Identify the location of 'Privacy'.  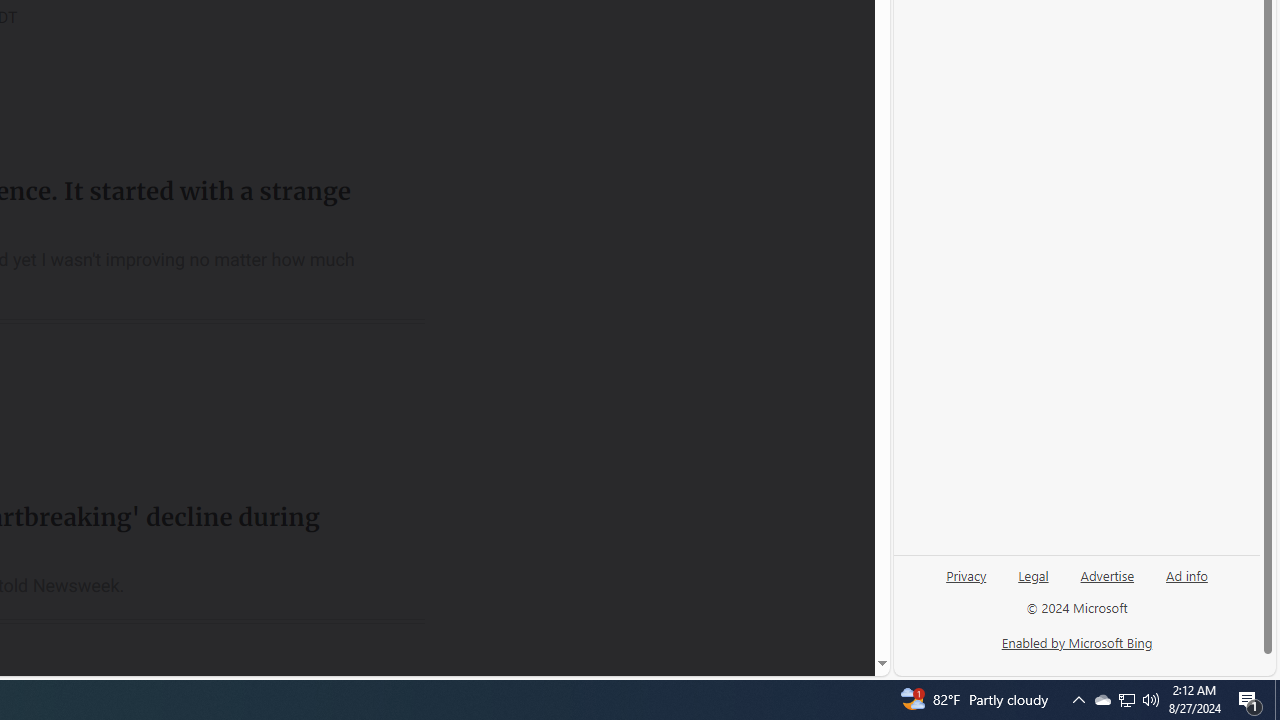
(966, 574).